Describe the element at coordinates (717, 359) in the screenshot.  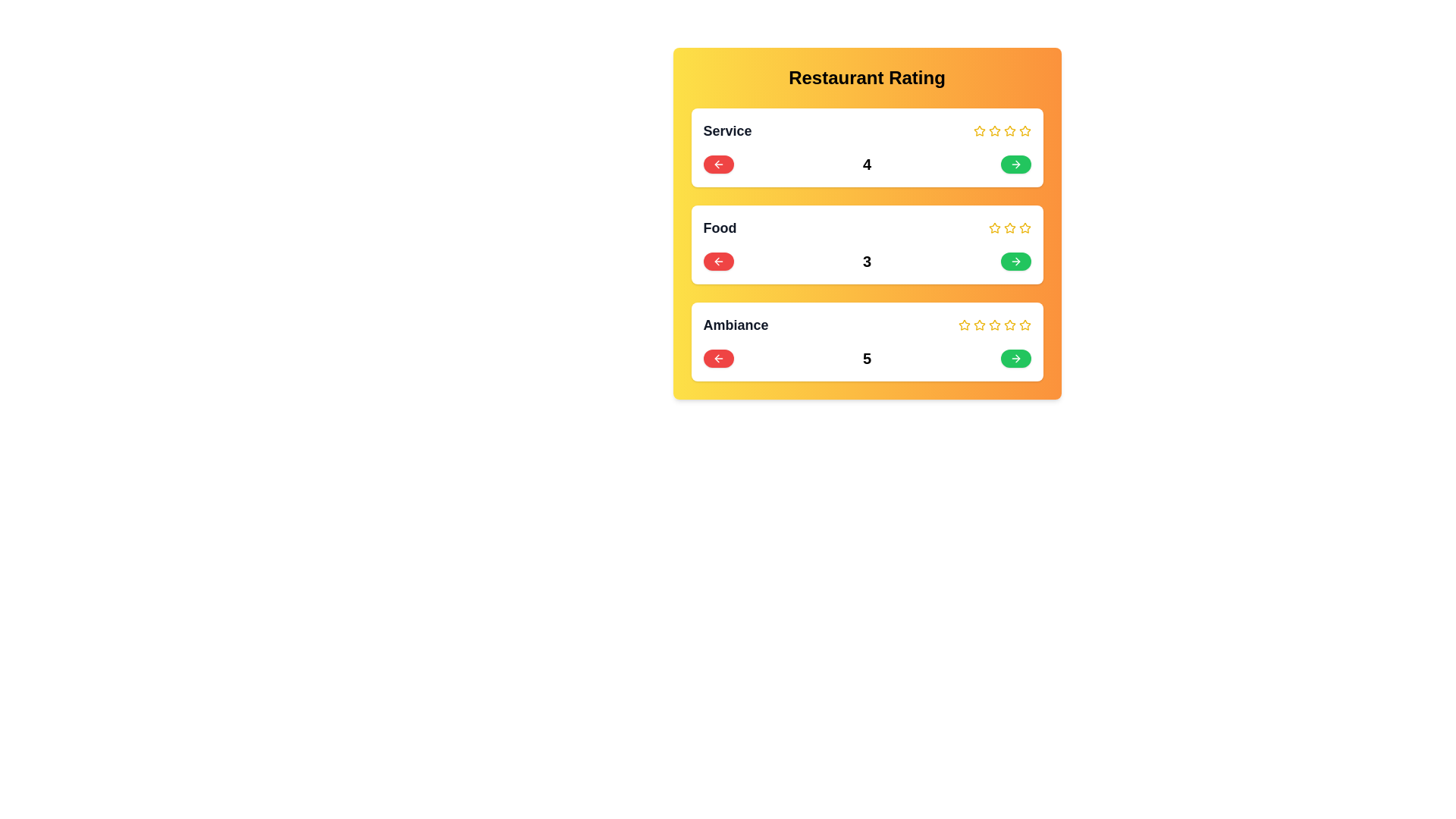
I see `the red circular button with a white leftward arrow located under the header 'Ambiance' to interact with it` at that location.